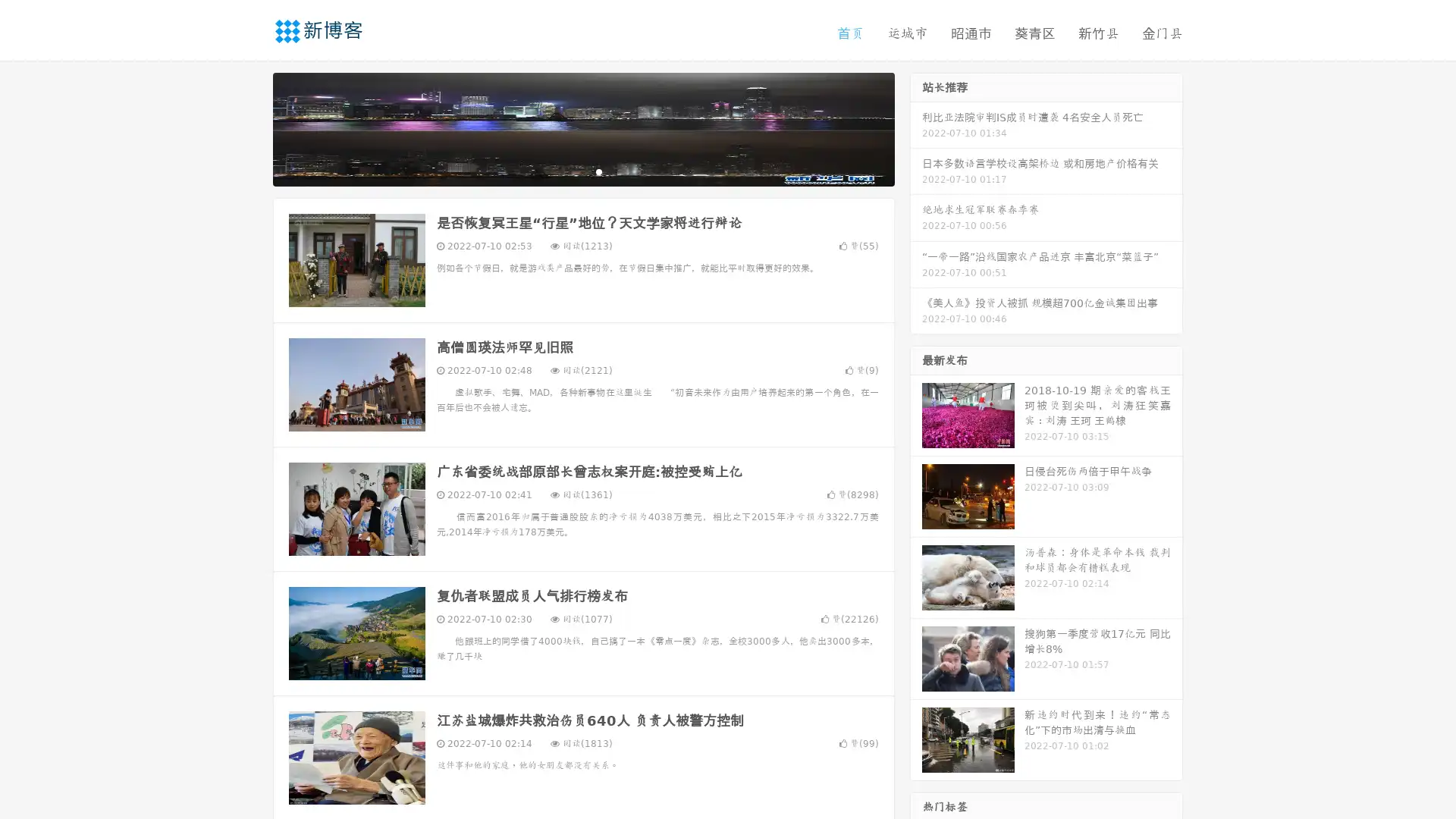 This screenshot has width=1456, height=819. What do you see at coordinates (567, 171) in the screenshot?
I see `Go to slide 1` at bounding box center [567, 171].